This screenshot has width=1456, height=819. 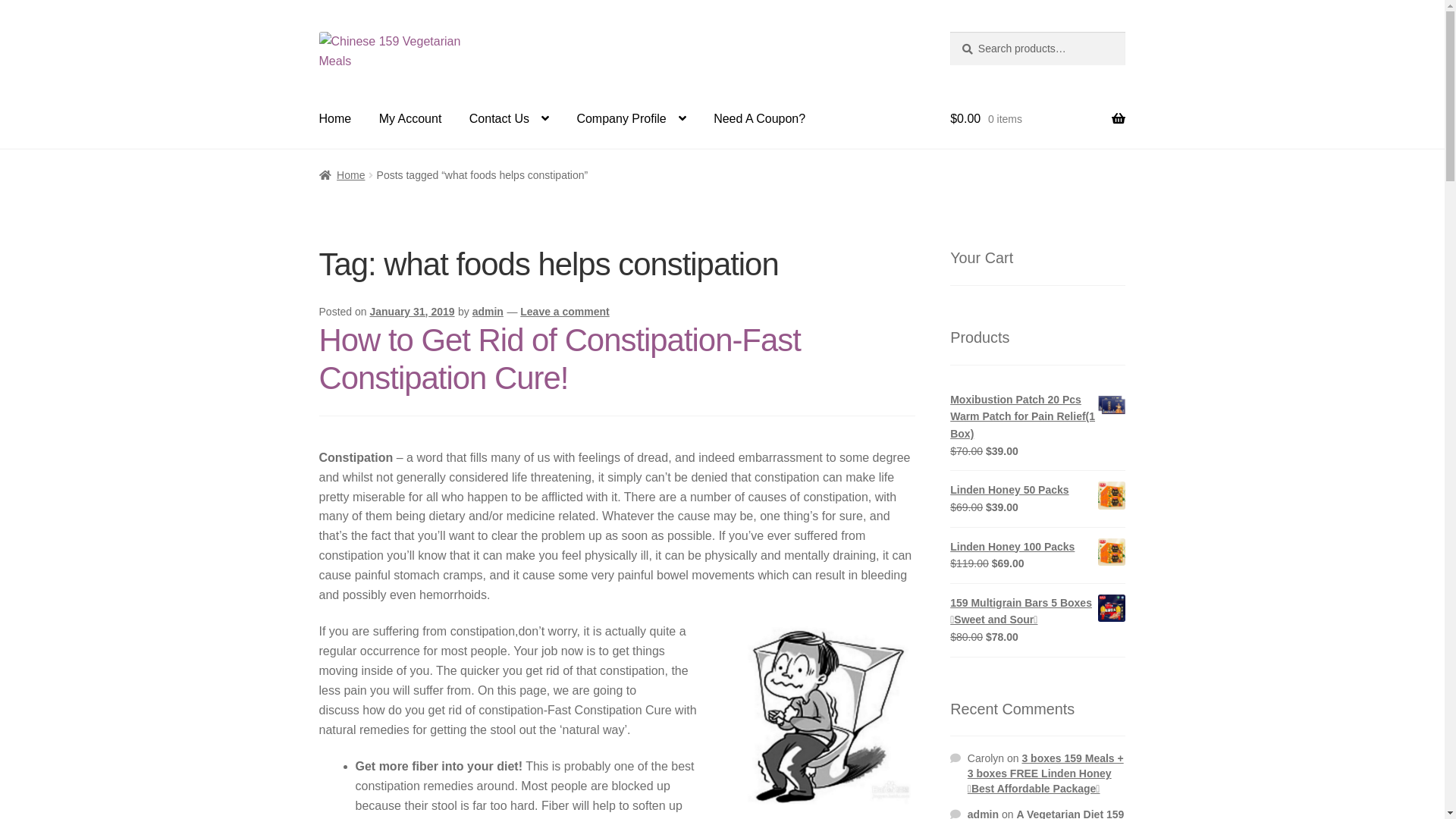 I want to click on 'Leave a comment', so click(x=563, y=311).